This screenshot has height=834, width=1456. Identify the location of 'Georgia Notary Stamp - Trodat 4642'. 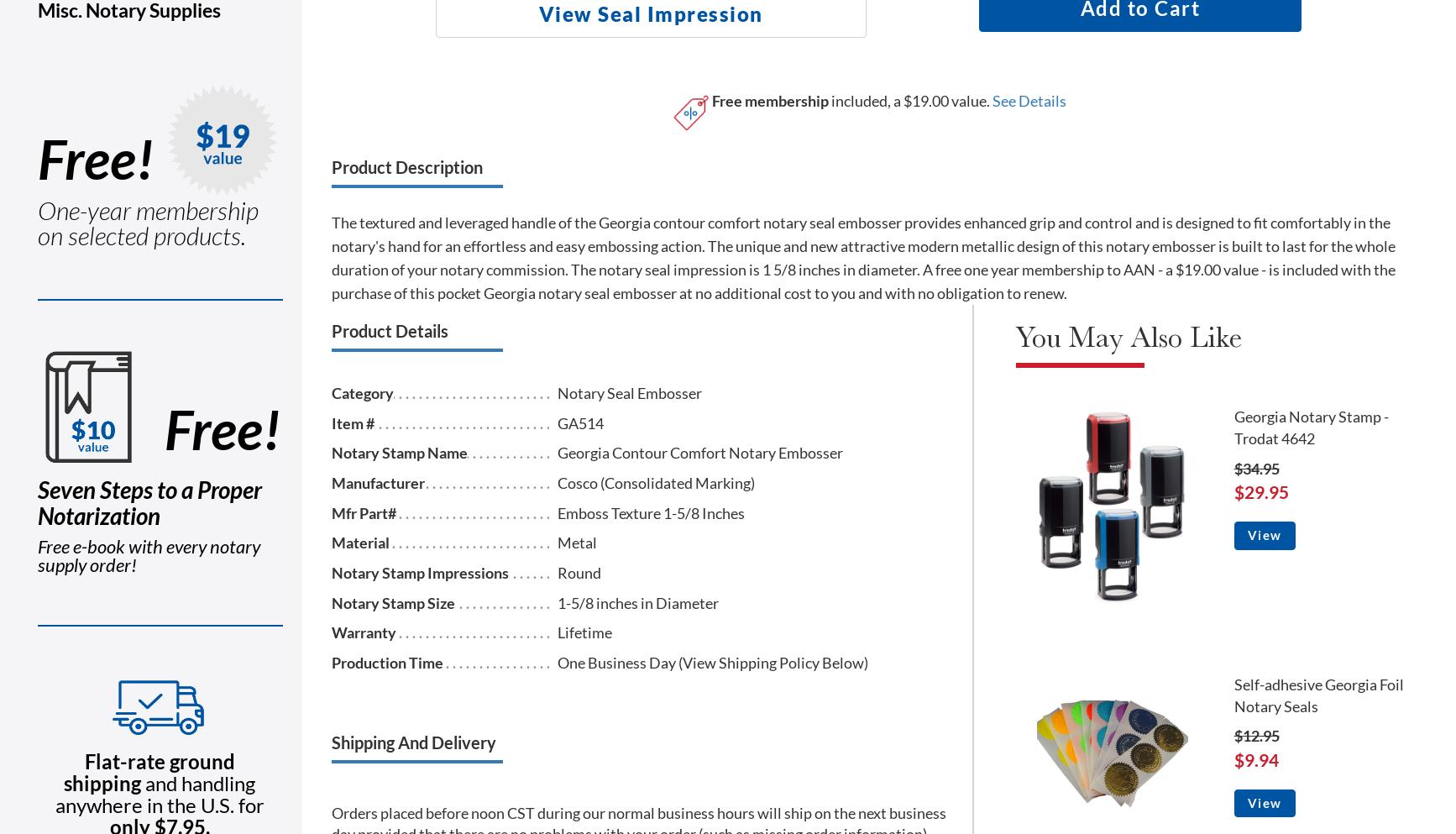
(1309, 427).